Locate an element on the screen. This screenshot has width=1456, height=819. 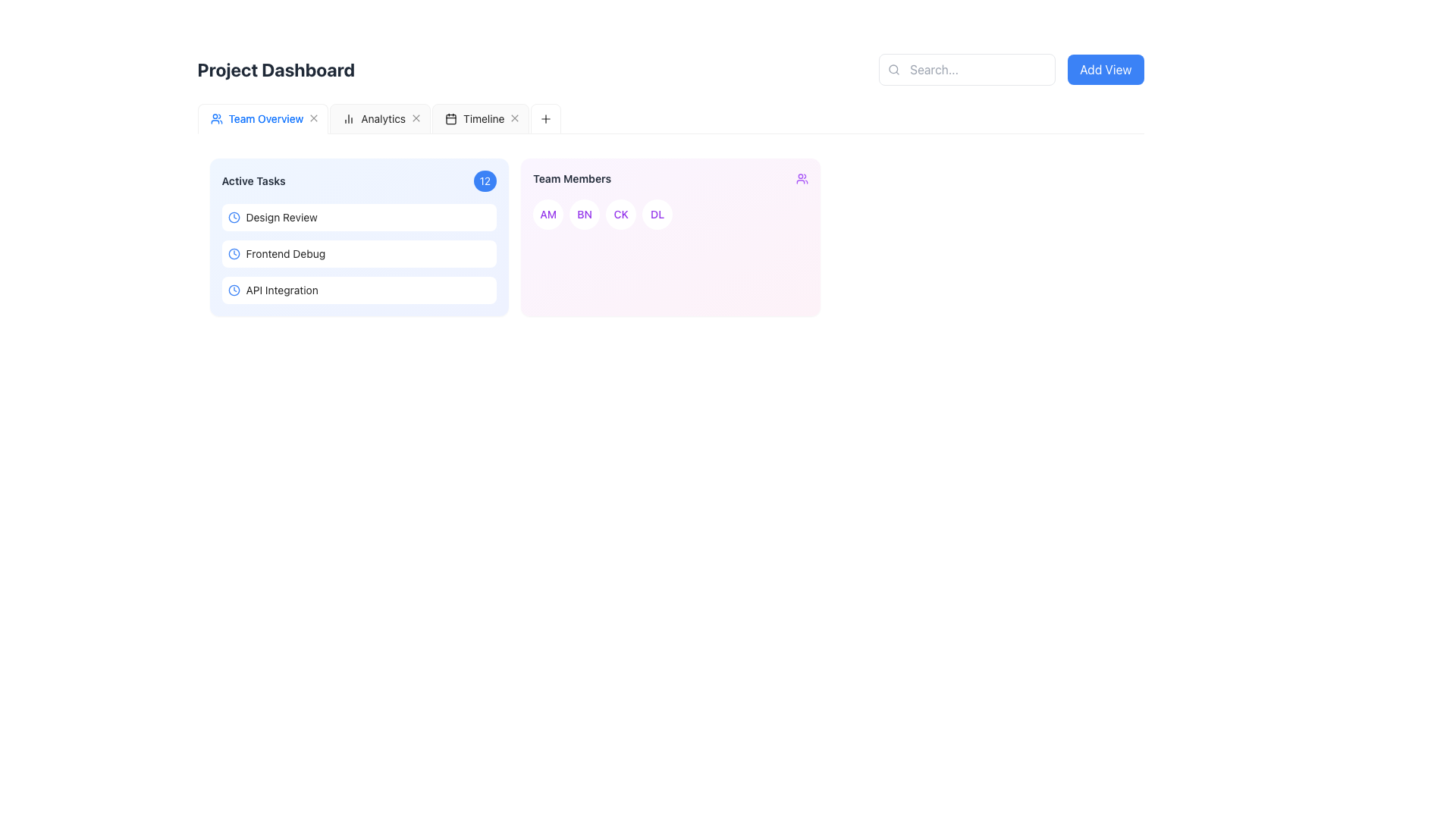
the Circular Outline Graphic that serves as a visual indicator within the 'Frontend Debug' task row in the 'Active Tasks' panel is located at coordinates (233, 253).